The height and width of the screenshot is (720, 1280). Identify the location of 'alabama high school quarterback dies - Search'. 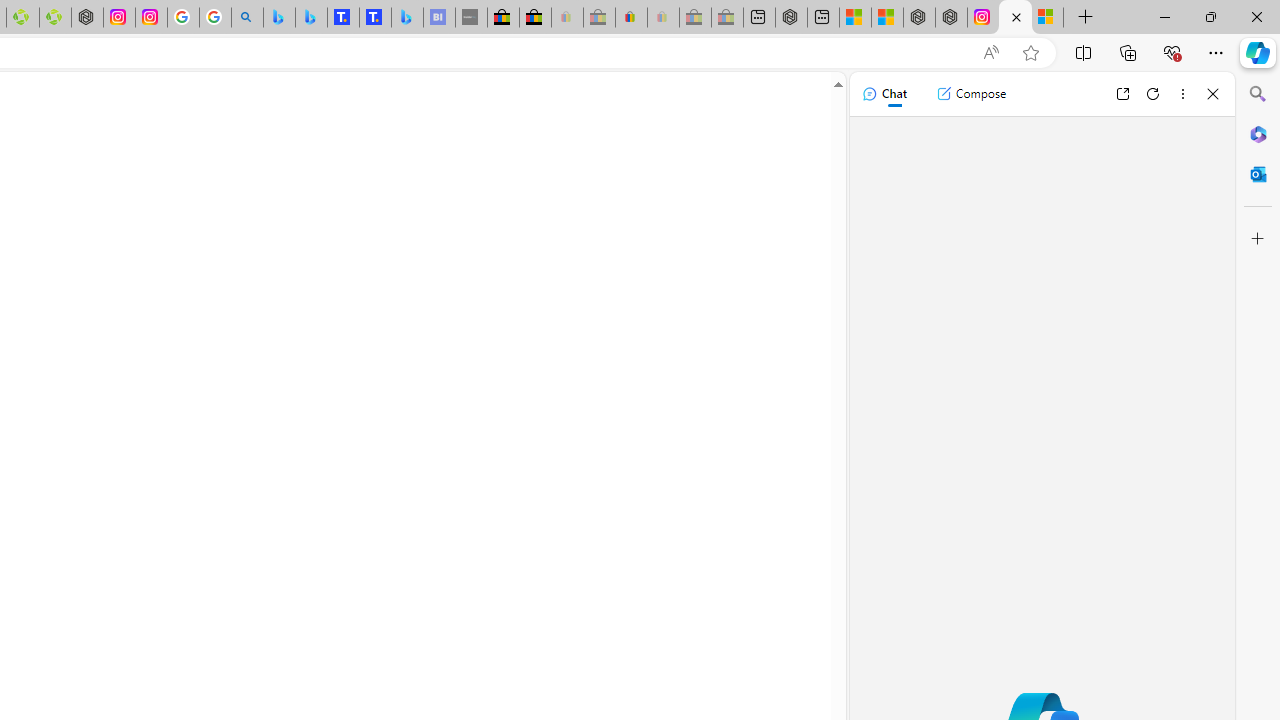
(246, 17).